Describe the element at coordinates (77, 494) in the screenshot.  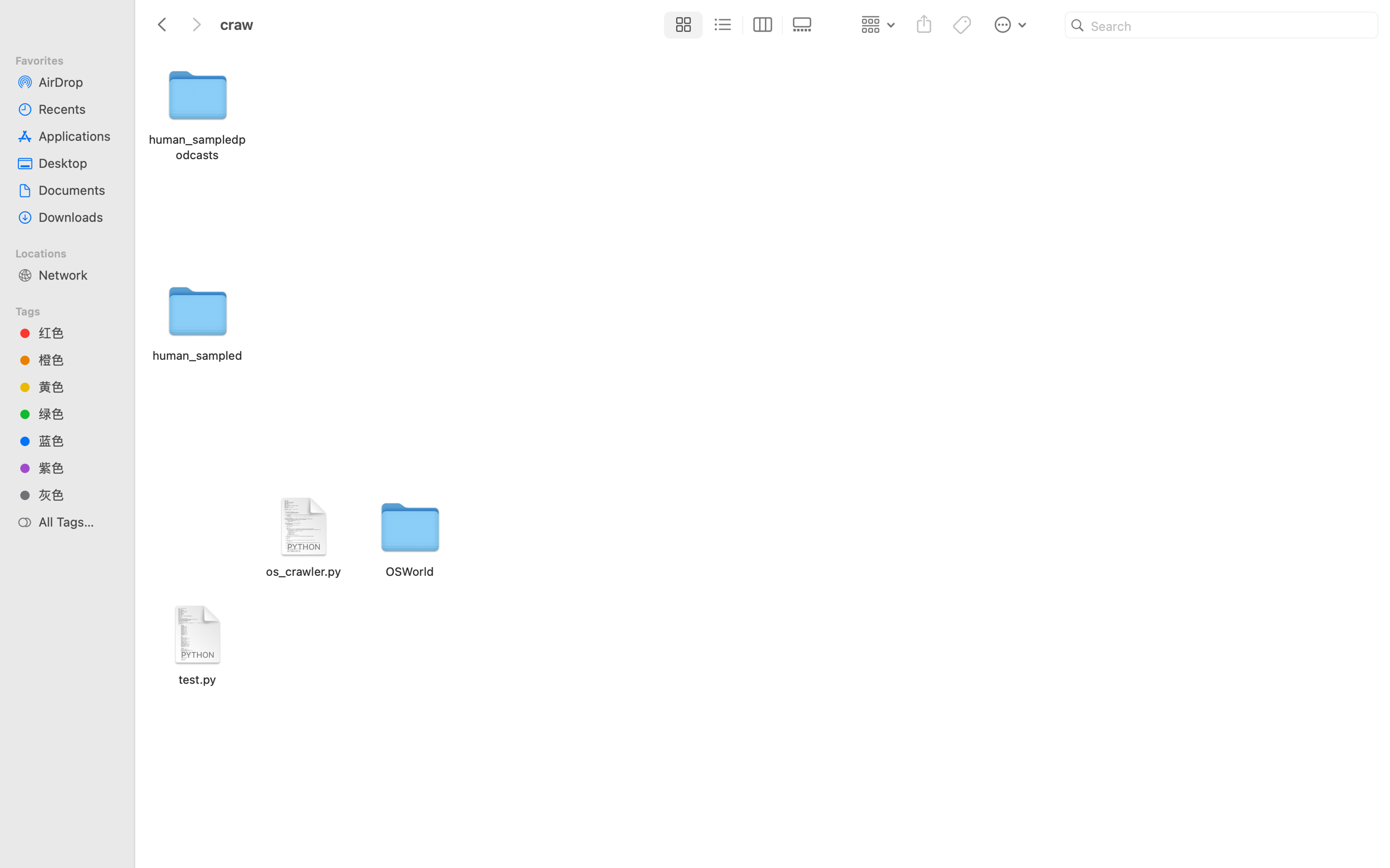
I see `'灰色'` at that location.